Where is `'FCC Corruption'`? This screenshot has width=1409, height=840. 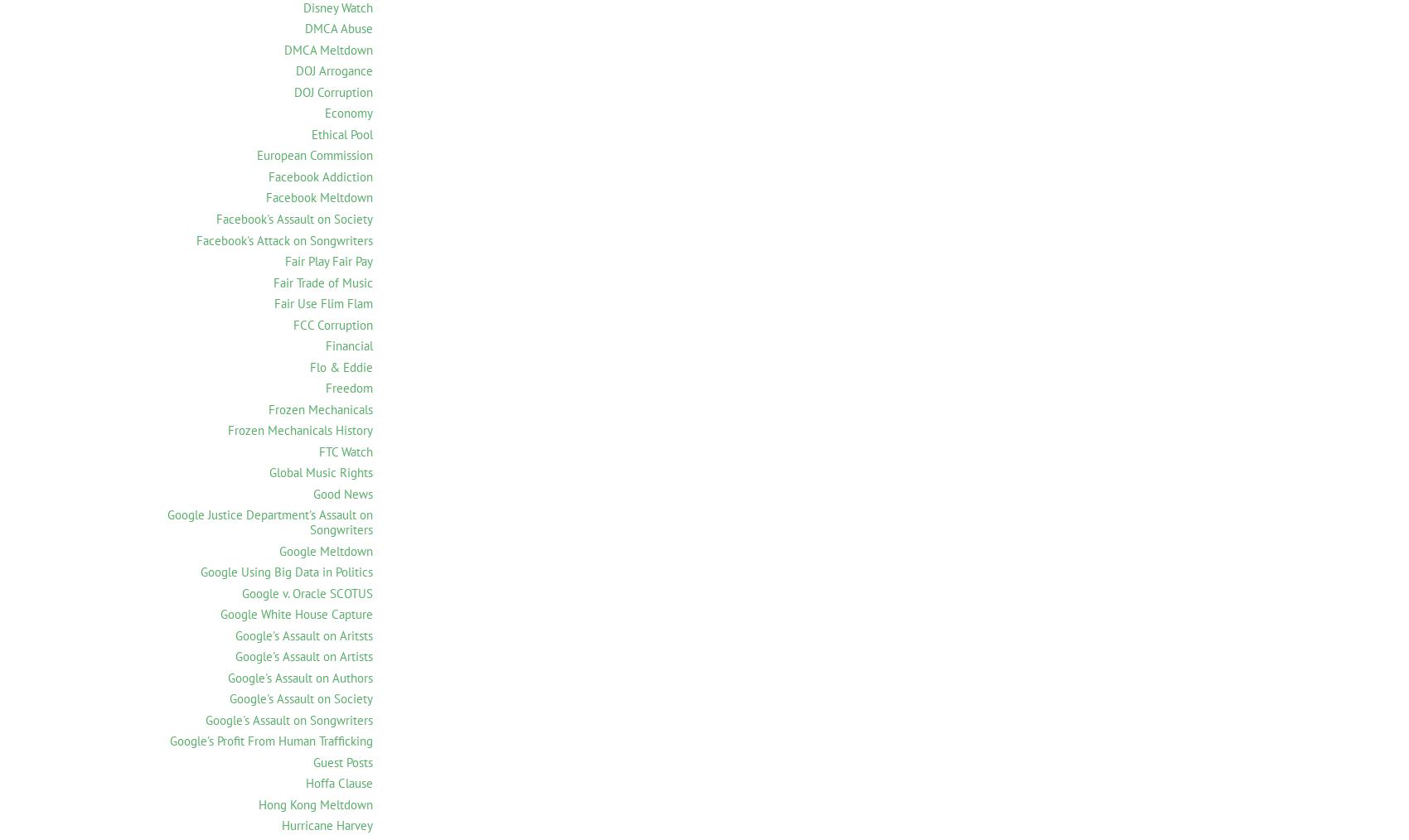 'FCC Corruption' is located at coordinates (332, 323).